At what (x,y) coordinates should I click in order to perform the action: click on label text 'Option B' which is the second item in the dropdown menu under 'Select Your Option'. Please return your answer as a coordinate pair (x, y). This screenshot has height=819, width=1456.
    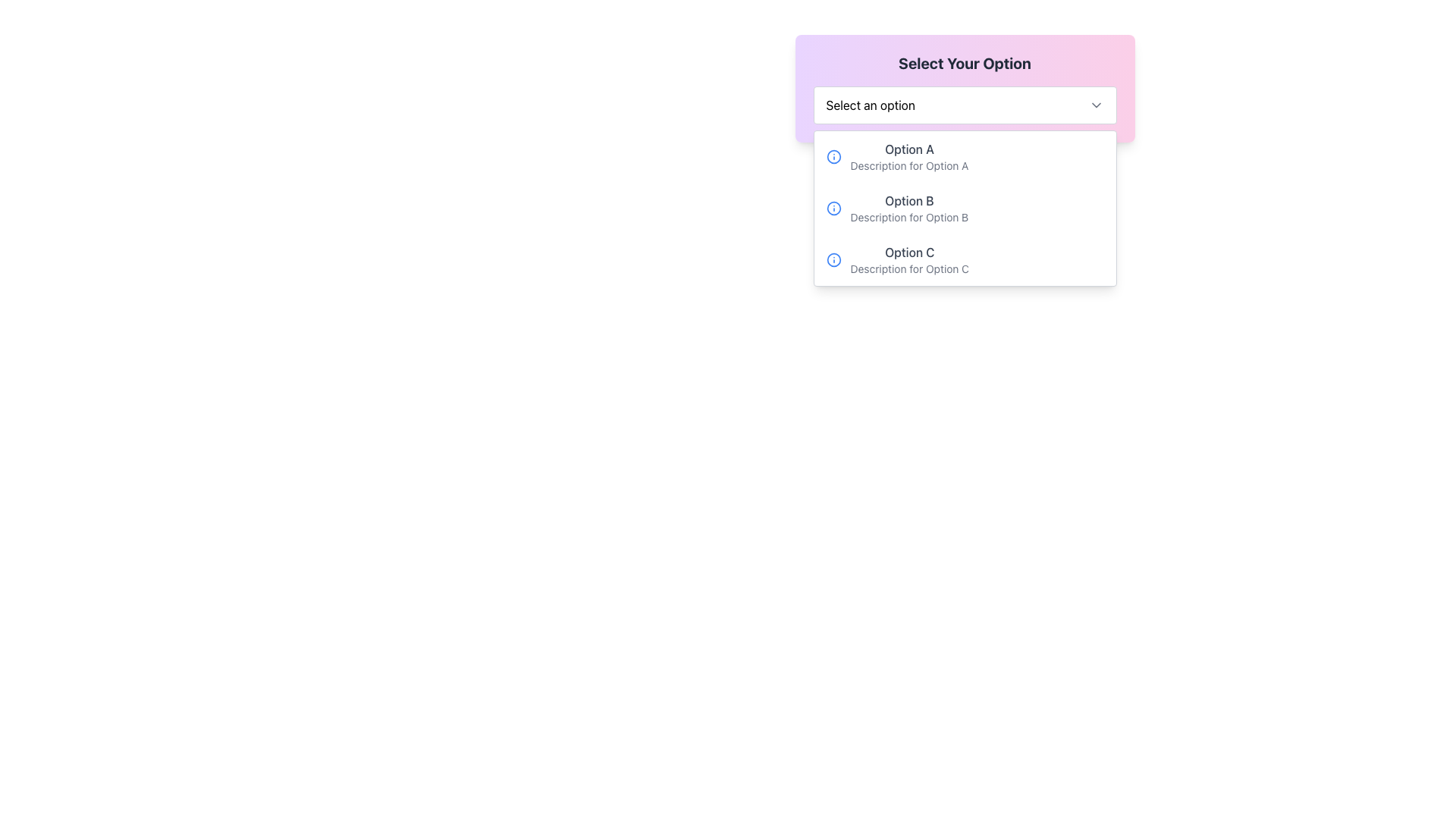
    Looking at the image, I should click on (909, 200).